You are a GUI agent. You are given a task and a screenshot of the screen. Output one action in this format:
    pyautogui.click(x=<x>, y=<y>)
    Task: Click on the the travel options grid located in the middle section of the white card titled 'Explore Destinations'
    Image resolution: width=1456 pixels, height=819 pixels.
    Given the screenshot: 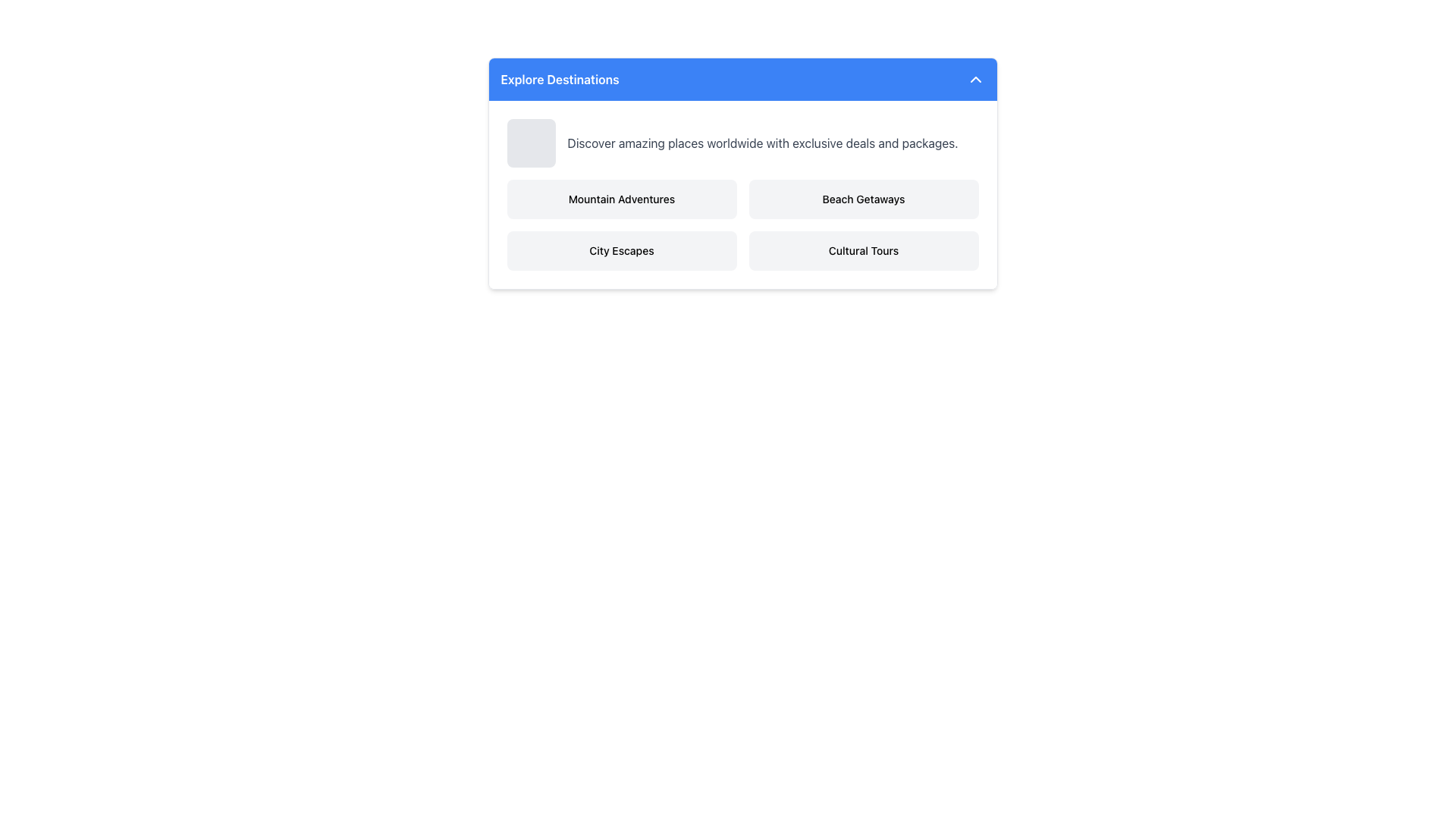 What is the action you would take?
    pyautogui.click(x=742, y=225)
    